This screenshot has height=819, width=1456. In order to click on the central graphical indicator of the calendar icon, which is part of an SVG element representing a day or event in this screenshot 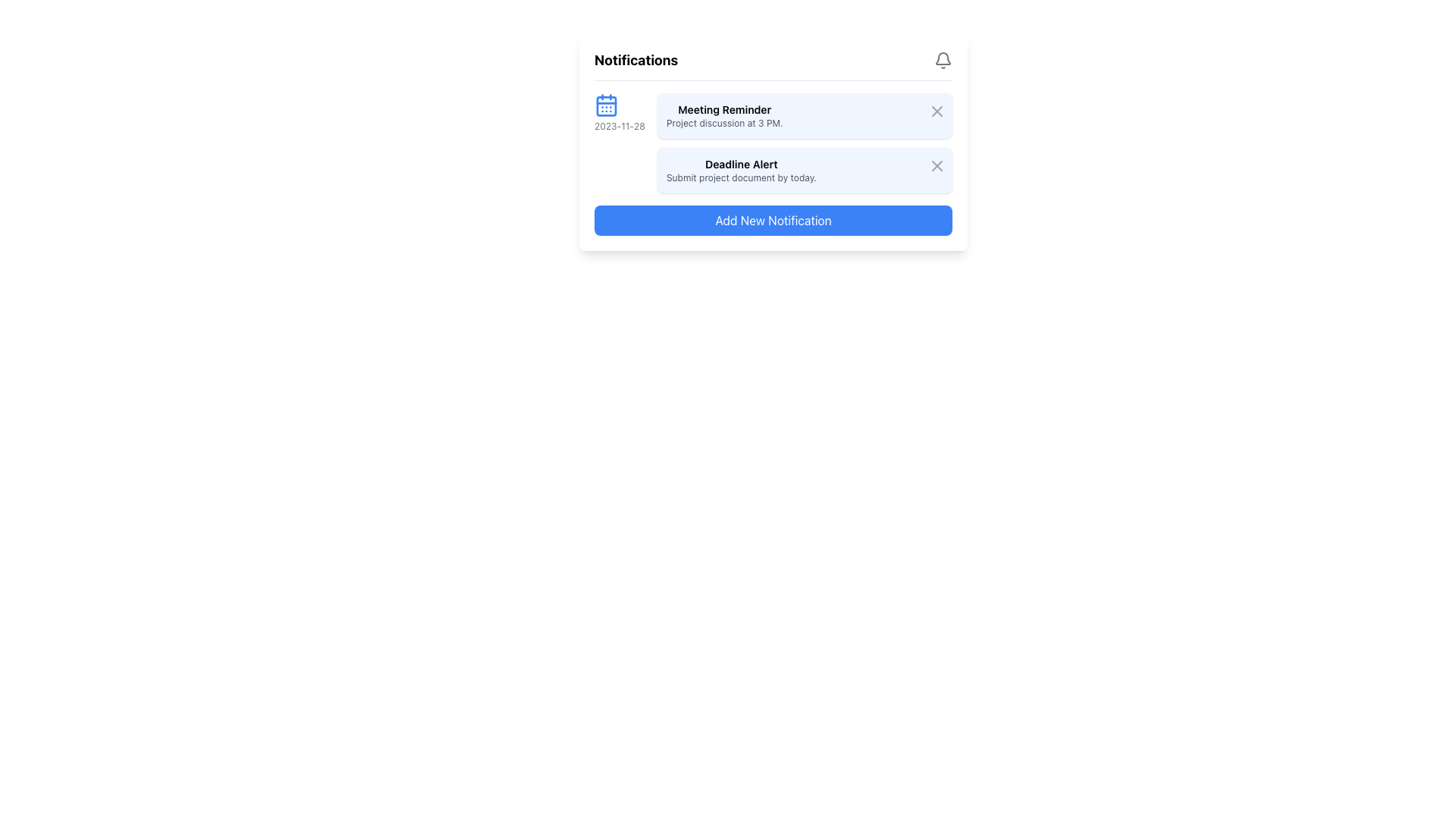, I will do `click(607, 105)`.